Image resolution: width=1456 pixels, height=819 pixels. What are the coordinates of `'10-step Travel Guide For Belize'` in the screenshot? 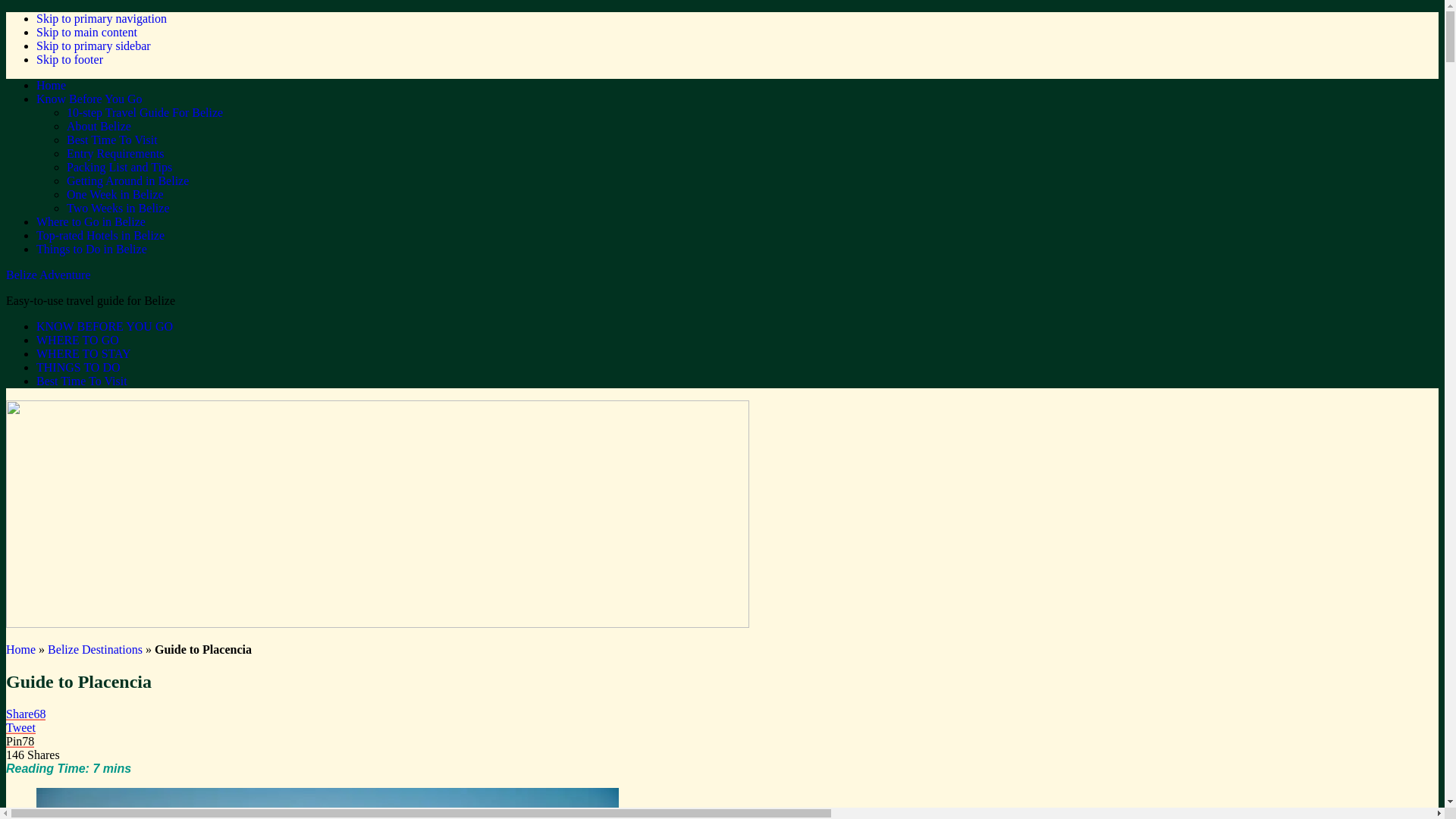 It's located at (145, 111).